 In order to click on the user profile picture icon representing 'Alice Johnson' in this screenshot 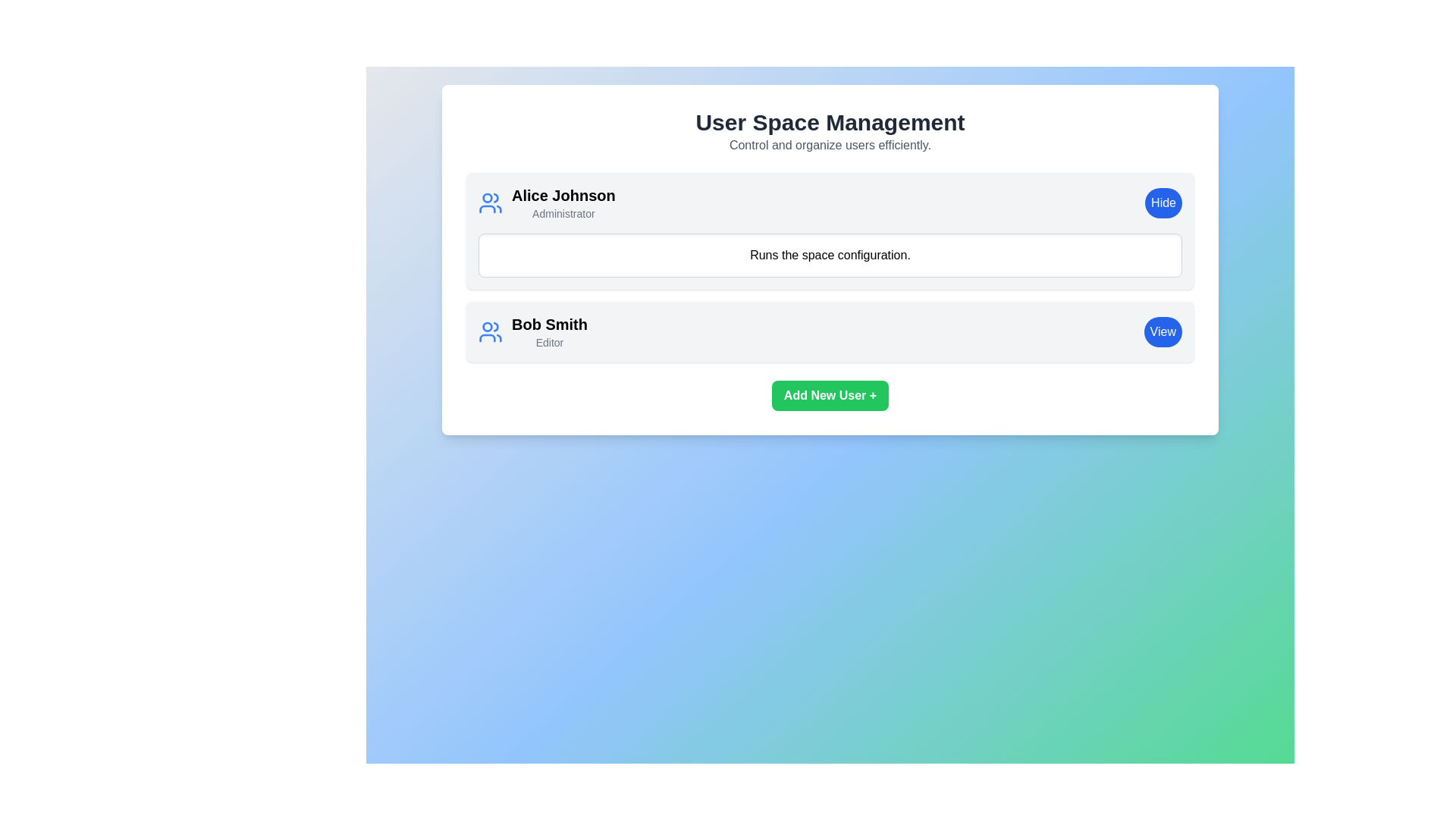, I will do `click(488, 197)`.